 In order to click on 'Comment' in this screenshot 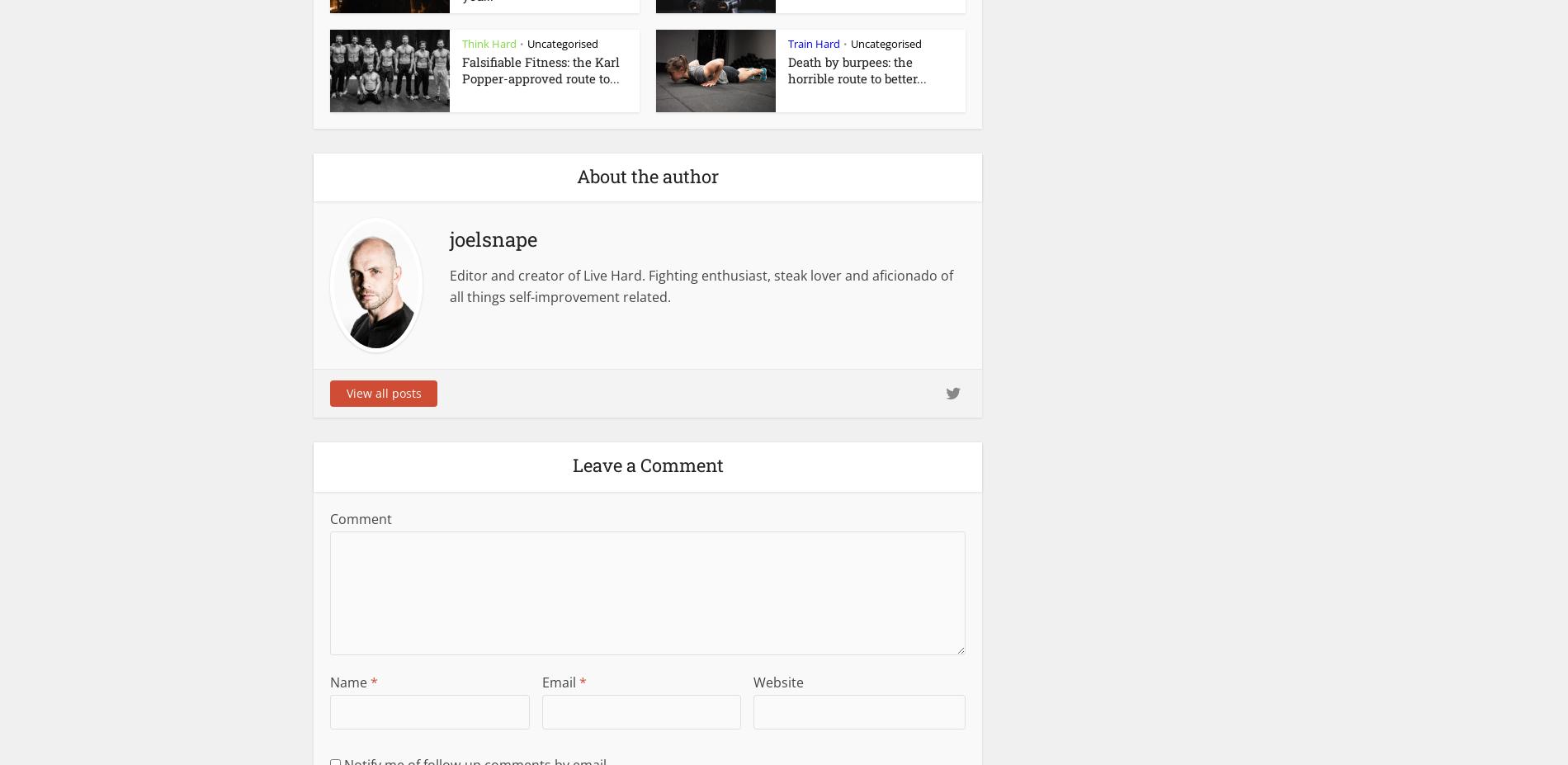, I will do `click(360, 517)`.